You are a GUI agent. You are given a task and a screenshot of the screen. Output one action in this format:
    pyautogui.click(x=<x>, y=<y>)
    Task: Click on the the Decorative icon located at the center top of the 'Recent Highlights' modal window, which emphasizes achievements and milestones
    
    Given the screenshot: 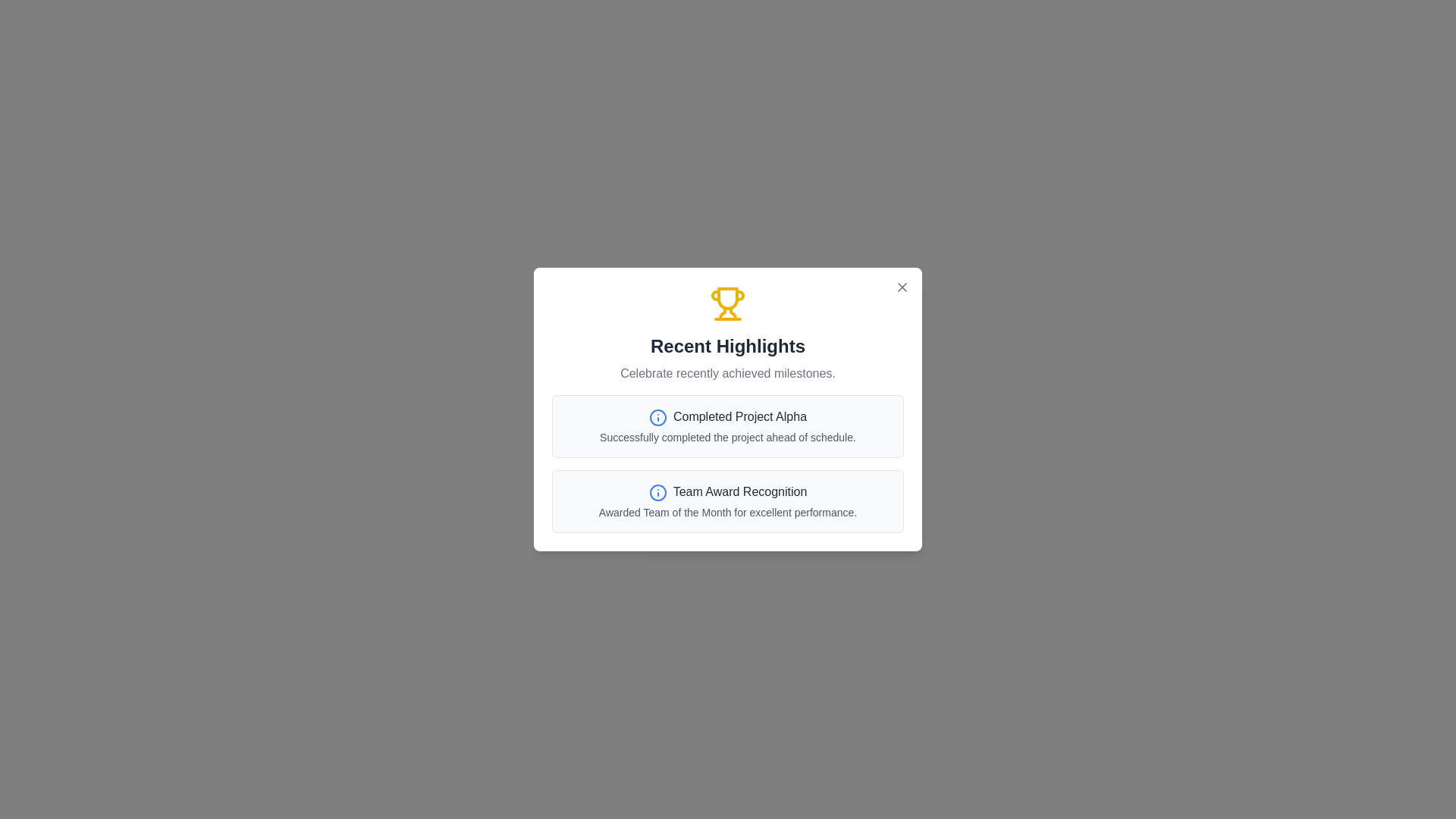 What is the action you would take?
    pyautogui.click(x=728, y=304)
    